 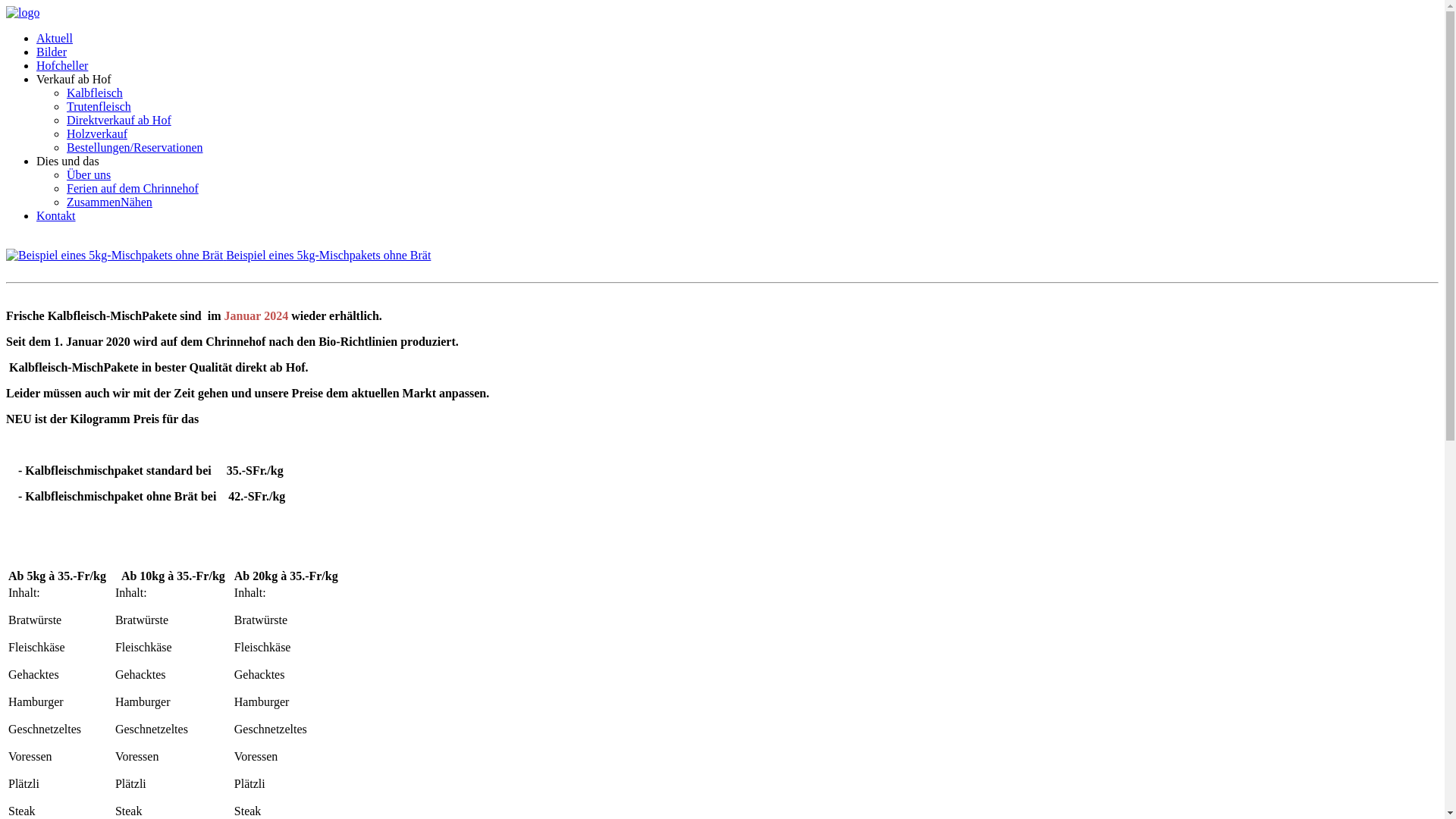 I want to click on 'Holzverkauf', so click(x=65, y=133).